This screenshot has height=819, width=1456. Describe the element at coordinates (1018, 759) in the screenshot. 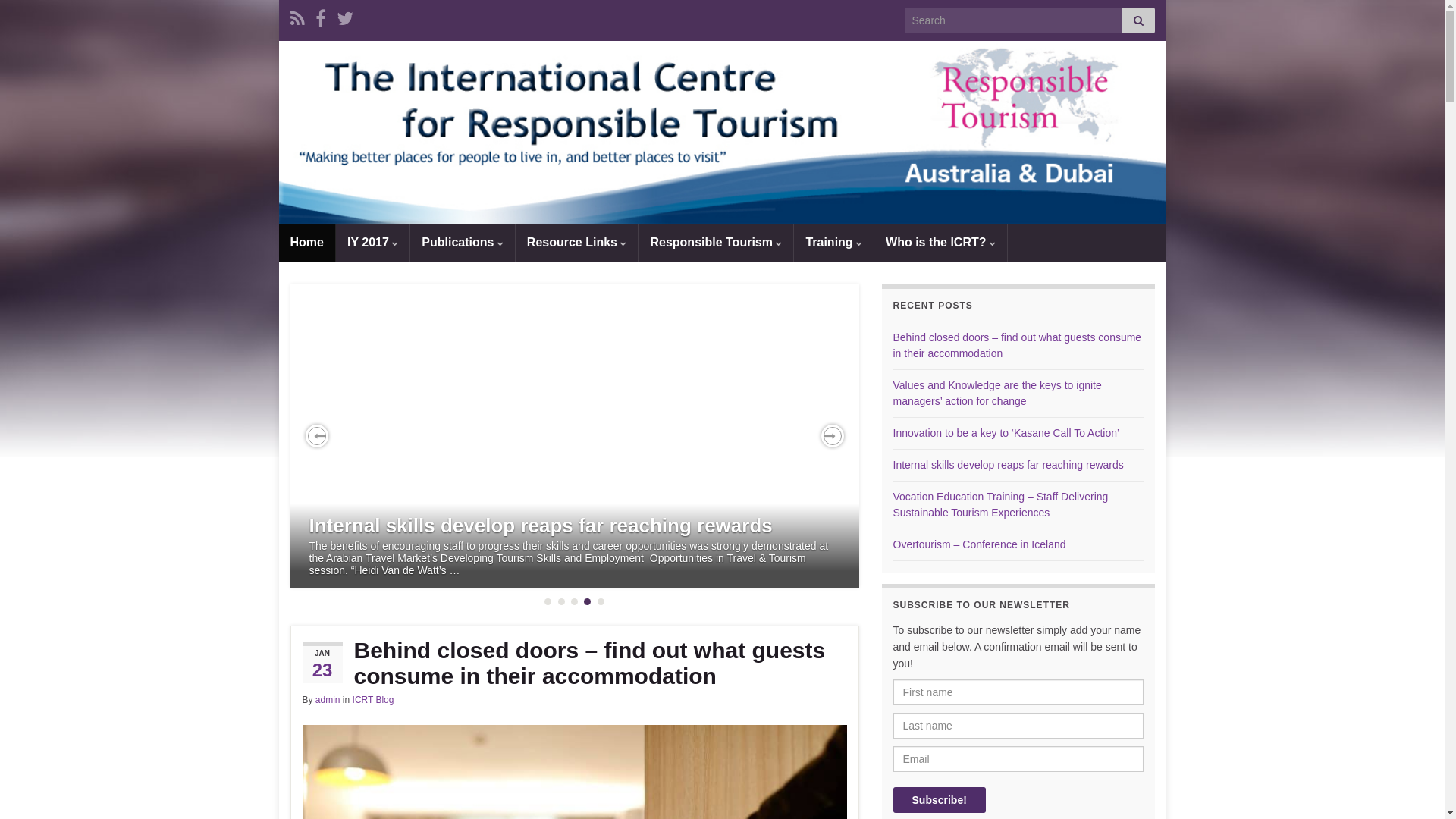

I see `'Email'` at that location.